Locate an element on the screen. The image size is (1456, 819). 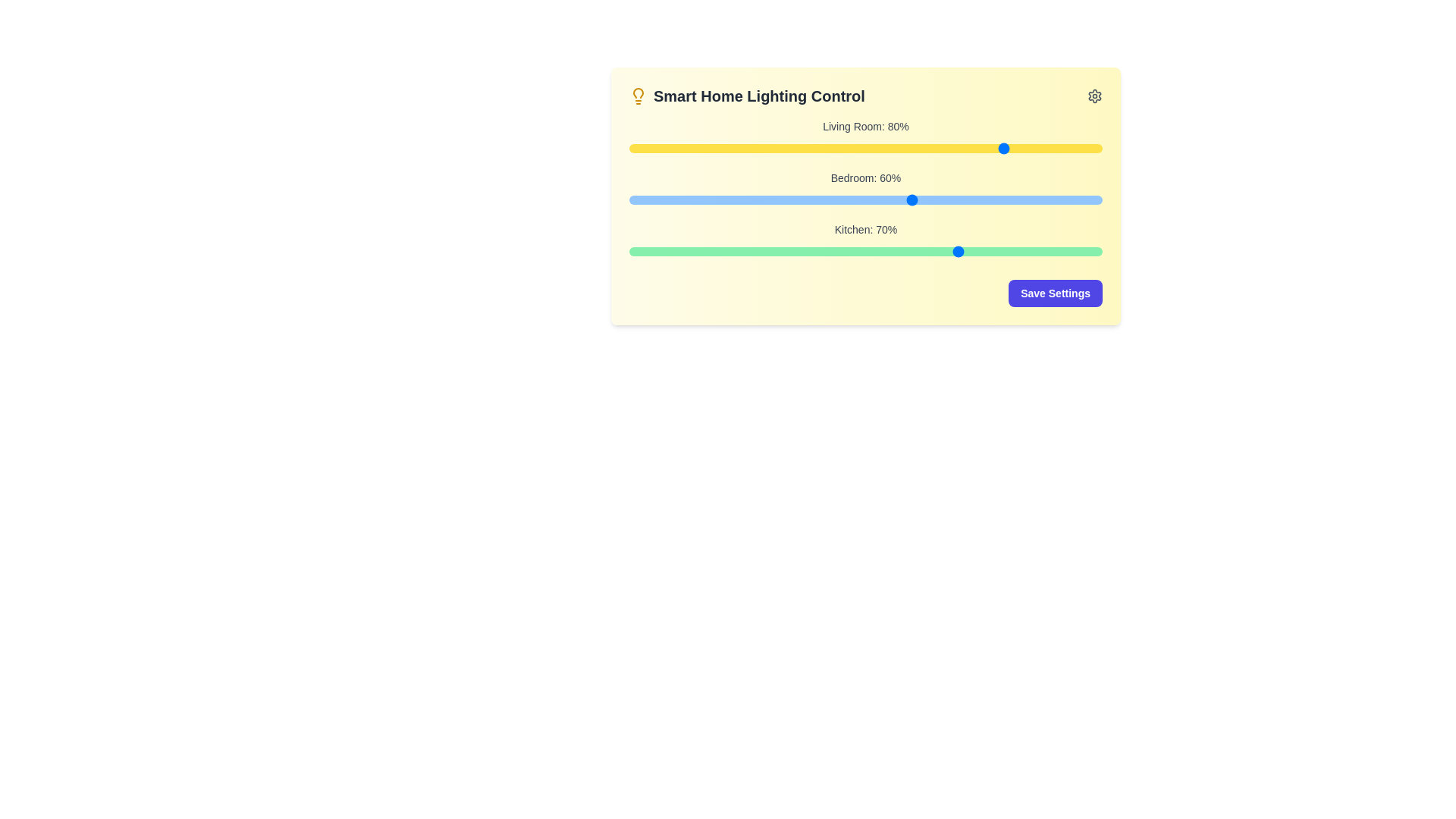
the living room light intensity is located at coordinates (866, 149).